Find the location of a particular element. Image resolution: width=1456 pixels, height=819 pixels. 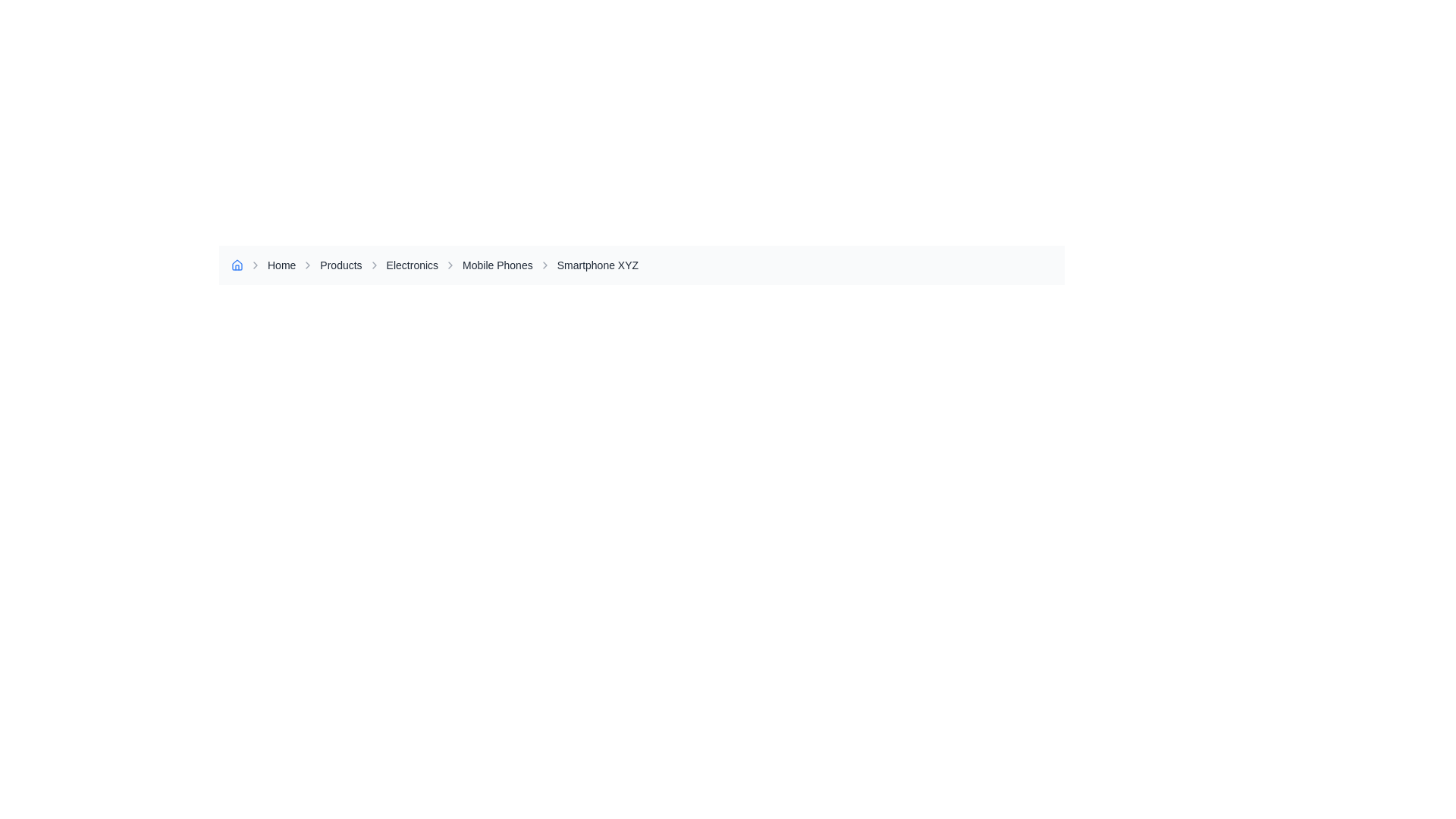

the 'Mobile Phones' link in the breadcrumb navigation bar is located at coordinates (488, 265).